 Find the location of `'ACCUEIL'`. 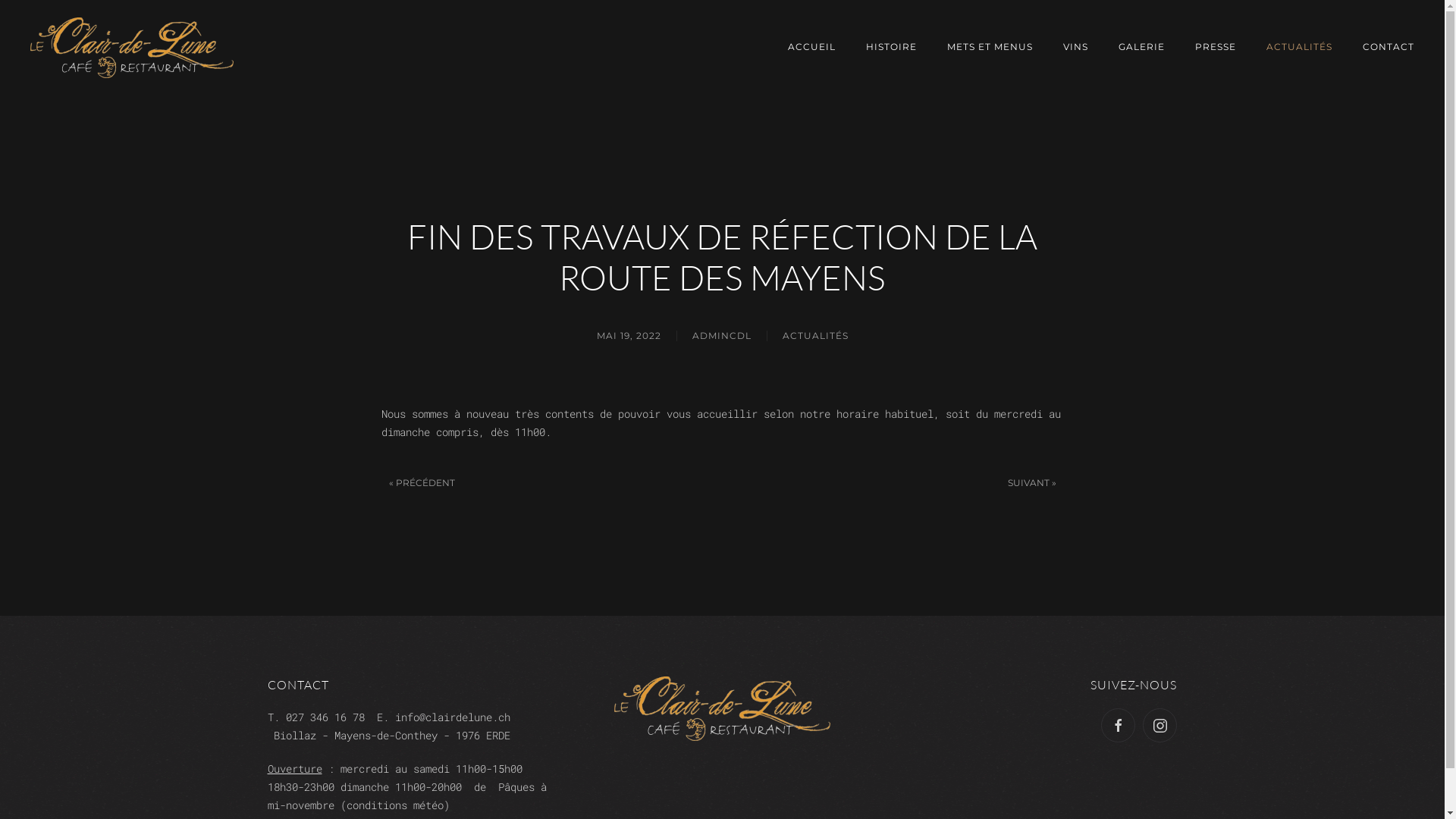

'ACCUEIL' is located at coordinates (811, 46).